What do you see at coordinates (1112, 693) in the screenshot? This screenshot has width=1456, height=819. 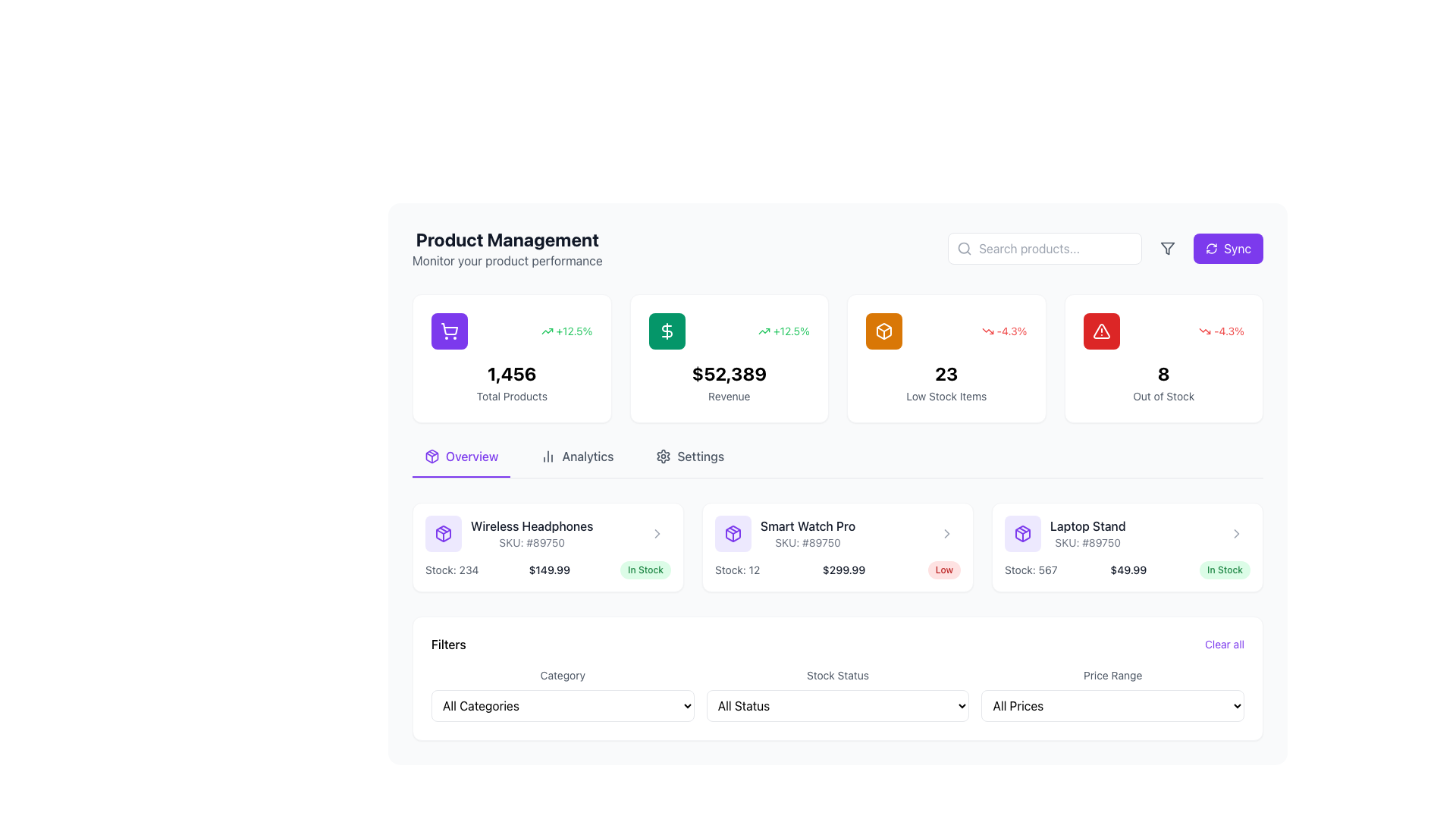 I see `the 'Price Range' dropdown menu located in the bottom-right section of the 'Filters' area` at bounding box center [1112, 693].